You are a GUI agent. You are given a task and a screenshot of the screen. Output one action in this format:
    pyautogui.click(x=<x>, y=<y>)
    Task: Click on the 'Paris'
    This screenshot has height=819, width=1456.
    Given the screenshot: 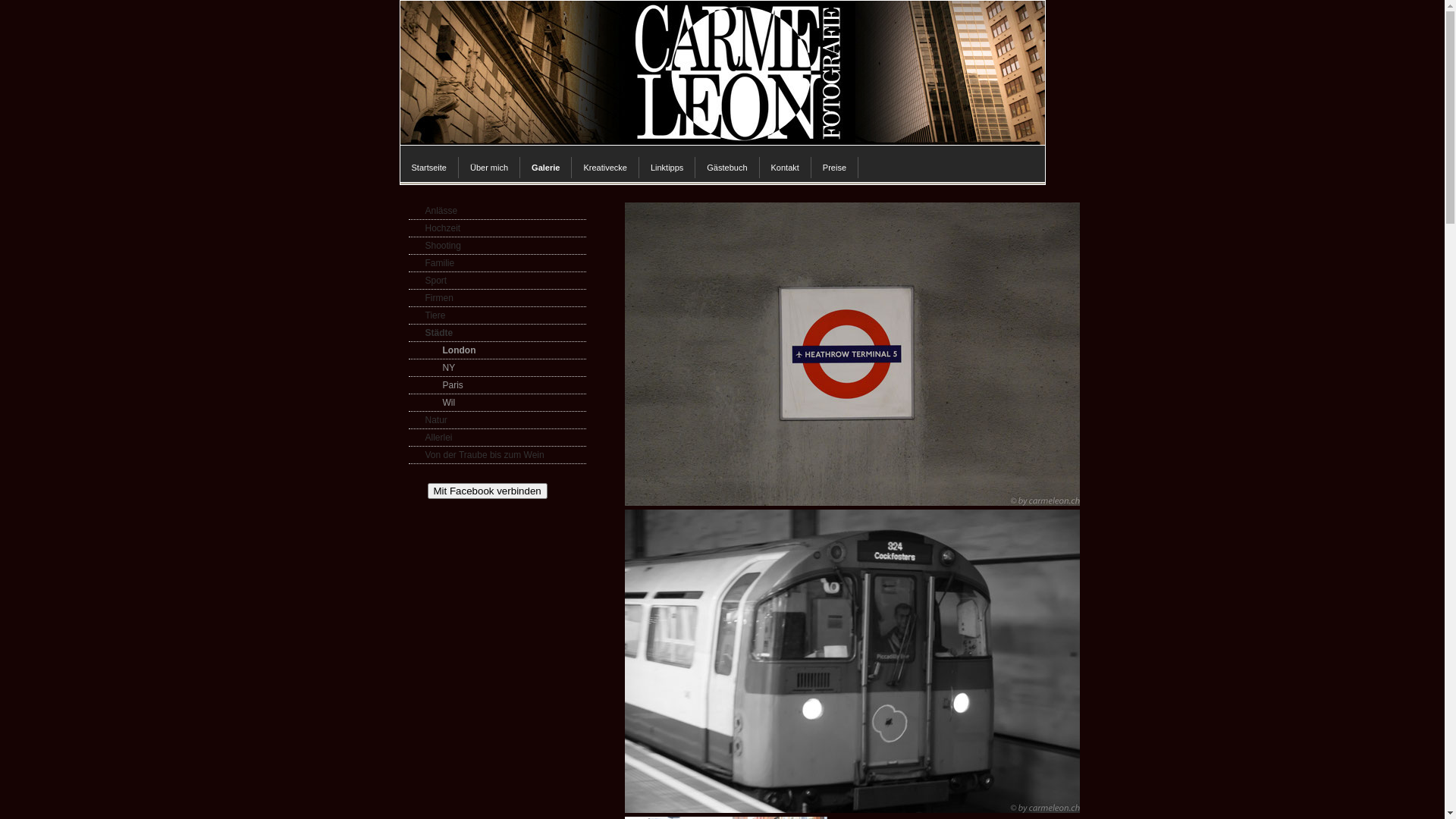 What is the action you would take?
    pyautogui.click(x=496, y=384)
    